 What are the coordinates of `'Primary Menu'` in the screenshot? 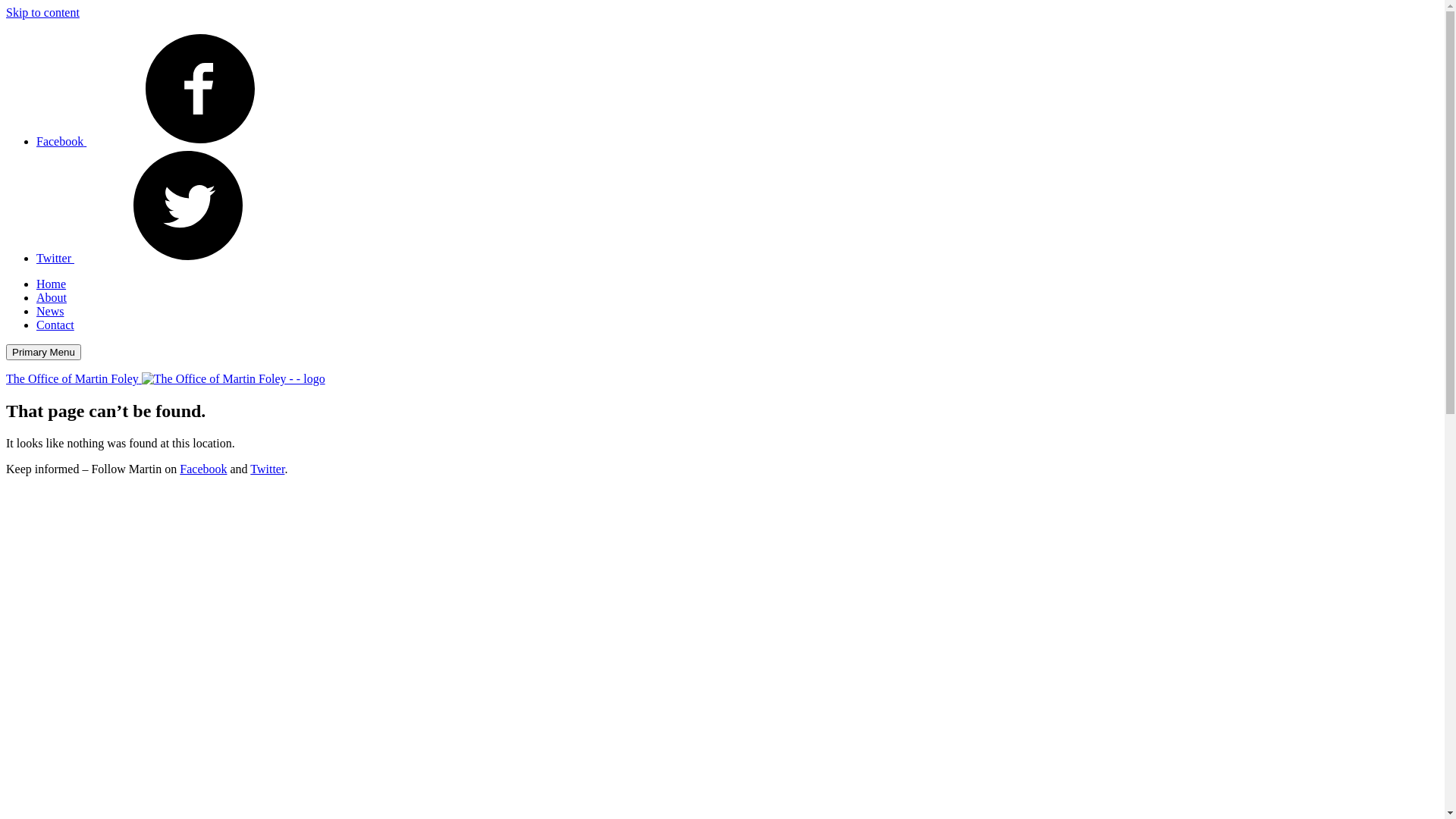 It's located at (43, 352).